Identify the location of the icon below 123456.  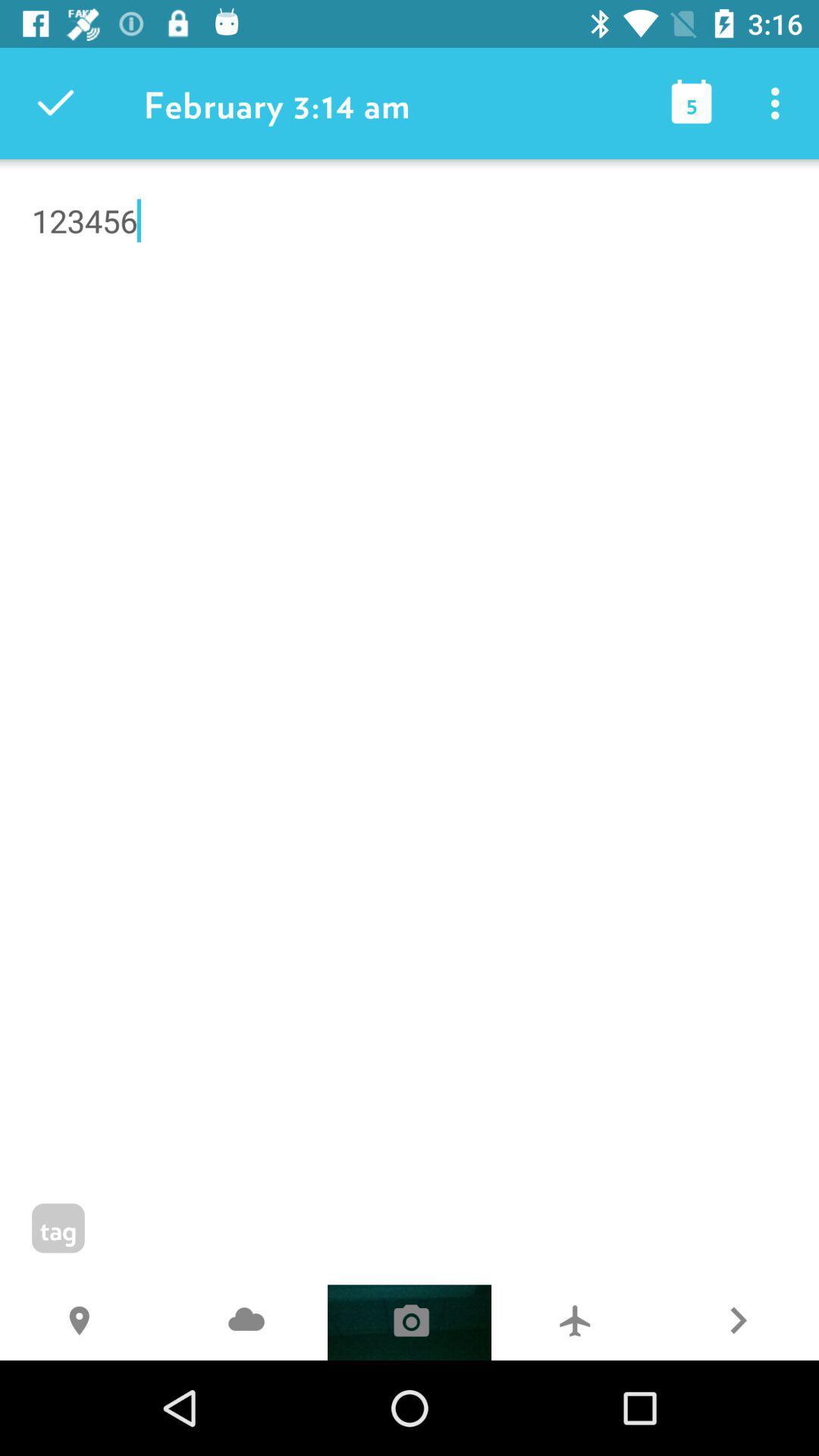
(245, 1322).